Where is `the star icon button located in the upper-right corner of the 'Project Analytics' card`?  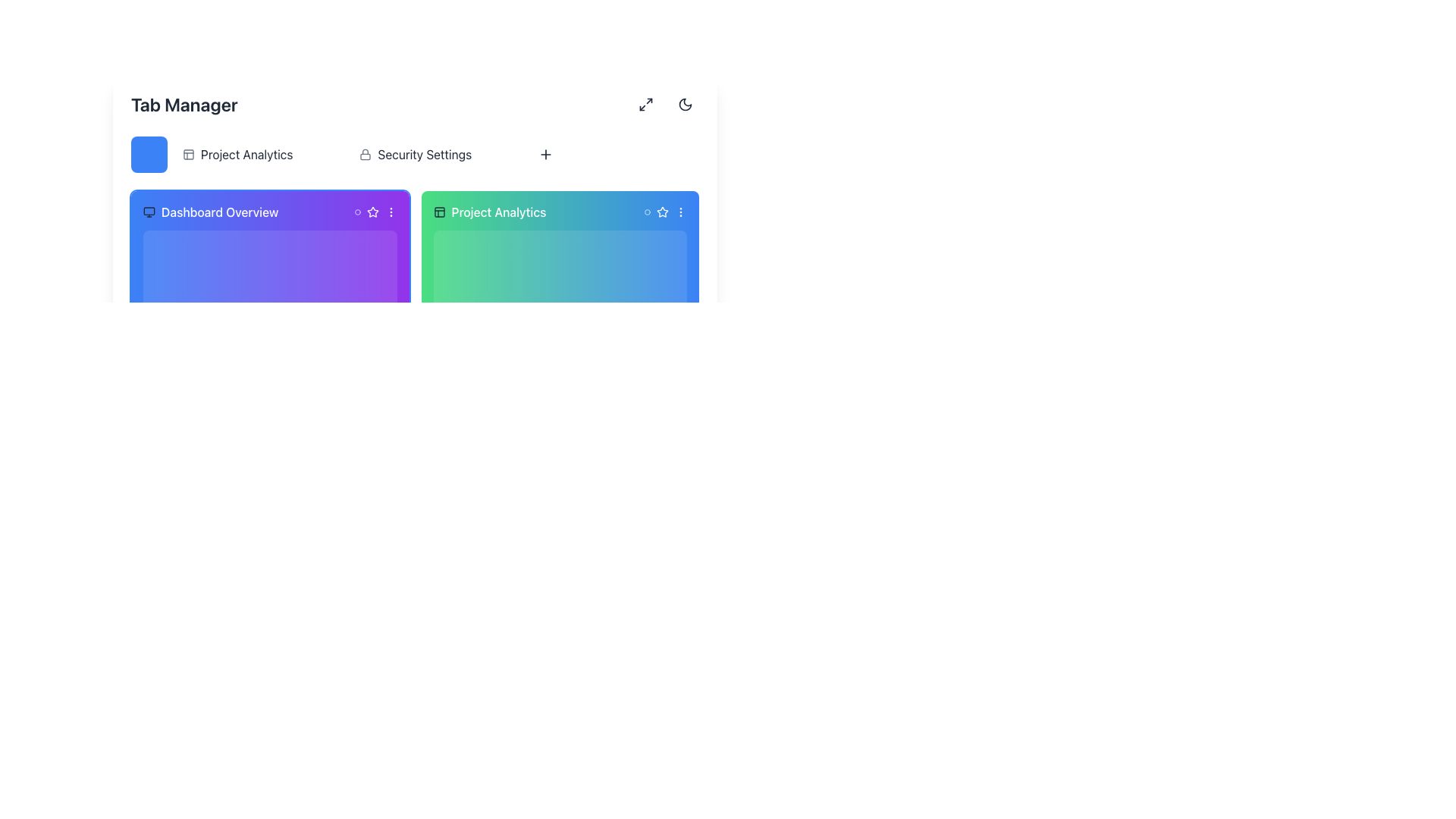
the star icon button located in the upper-right corner of the 'Project Analytics' card is located at coordinates (666, 212).